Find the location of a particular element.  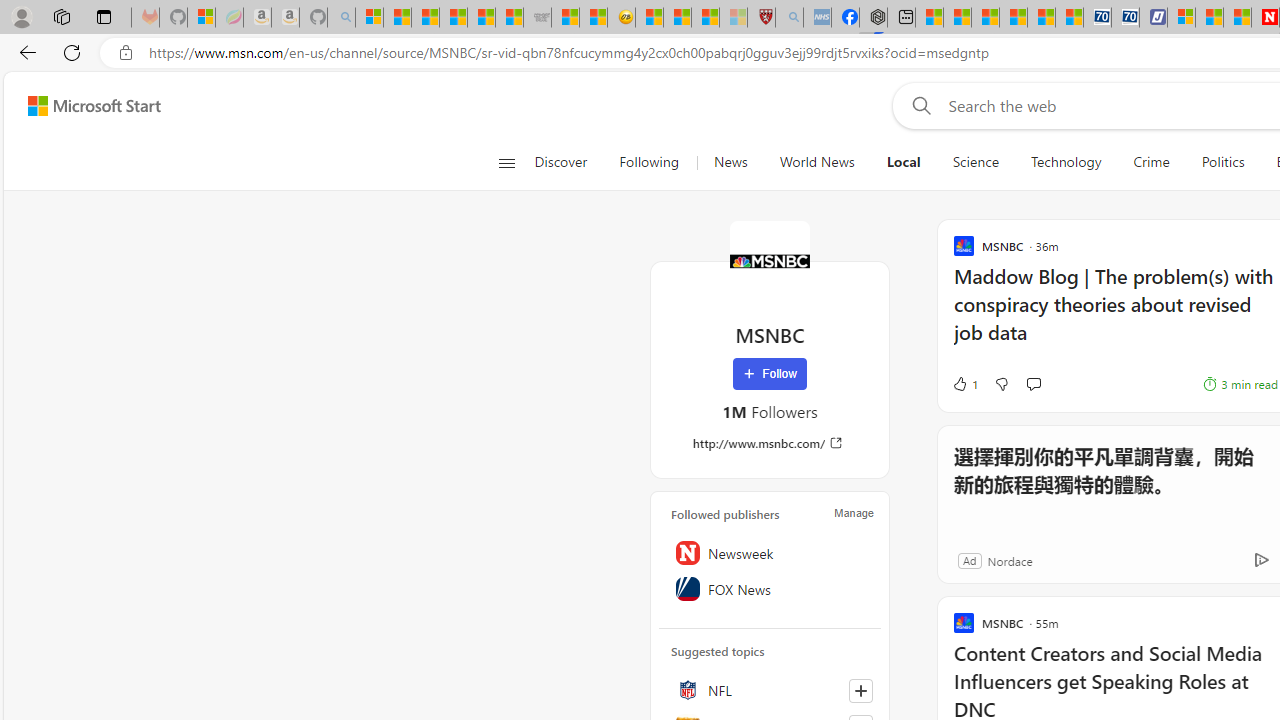

'World News' is located at coordinates (817, 162).